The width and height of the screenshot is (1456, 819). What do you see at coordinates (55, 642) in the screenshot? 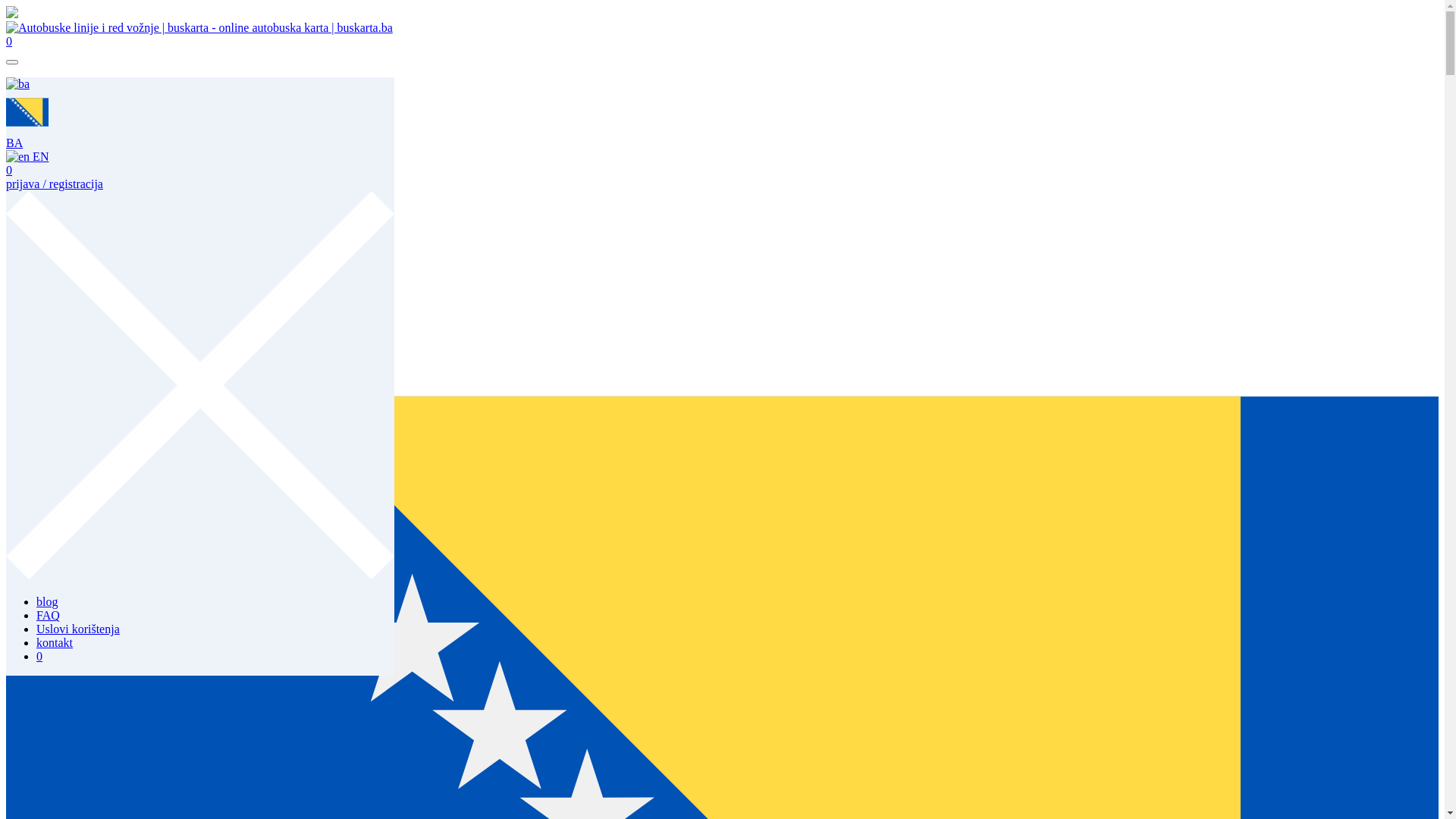
I see `'kontakt'` at bounding box center [55, 642].